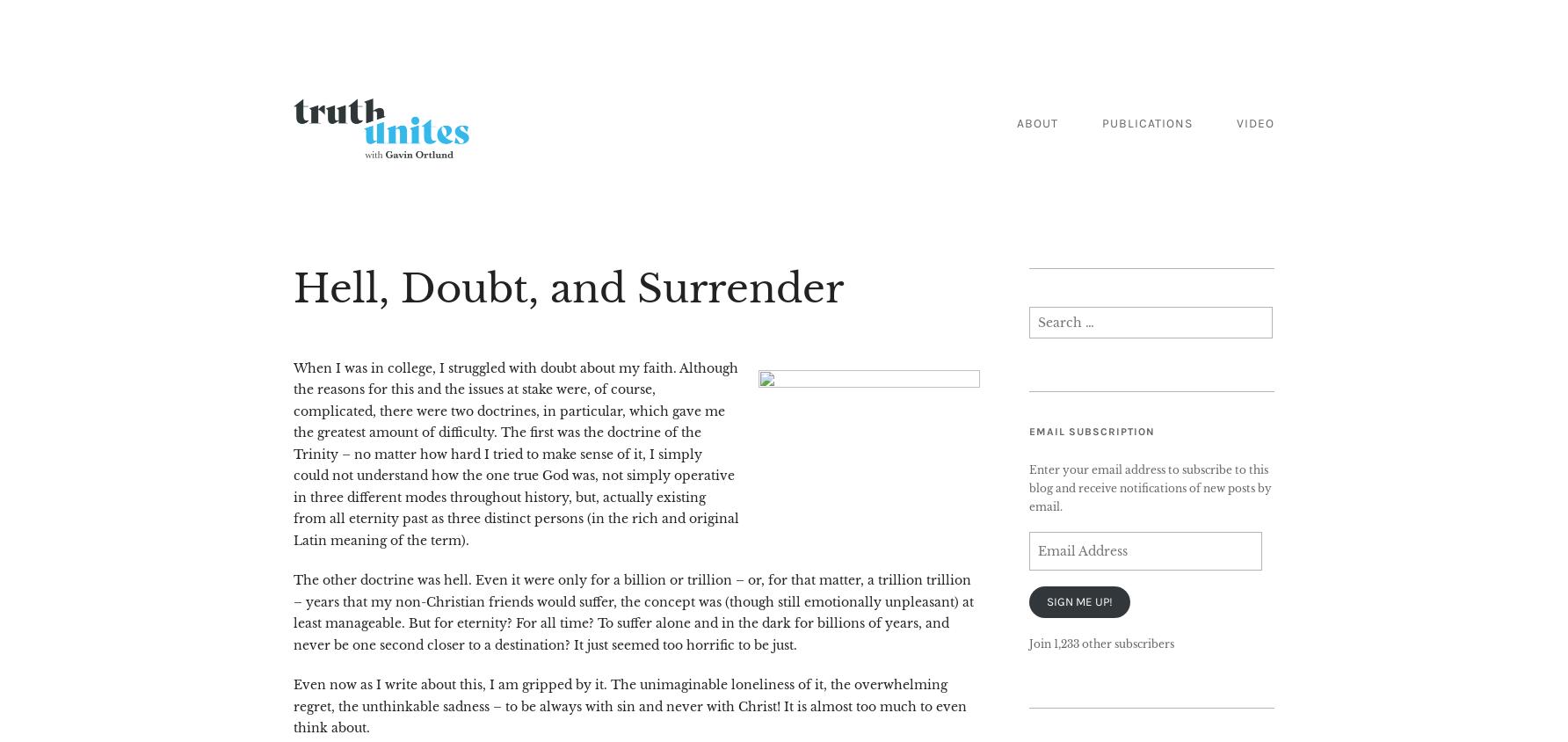 Image resolution: width=1568 pixels, height=742 pixels. Describe the element at coordinates (633, 611) in the screenshot. I see `'The other doctrine was hell.  Even it were only for a billion or trillion – or, for that matter, a trillion trillion – years that my non-Christian friends would suffer, the concept was (though still emotionally unpleasant) at least manageable.  But for eternity?  For all time?  To suffer alone and in the dark for billions of years, and never be one second closer to a destination?  It just seemed too horrific to be just.'` at that location.